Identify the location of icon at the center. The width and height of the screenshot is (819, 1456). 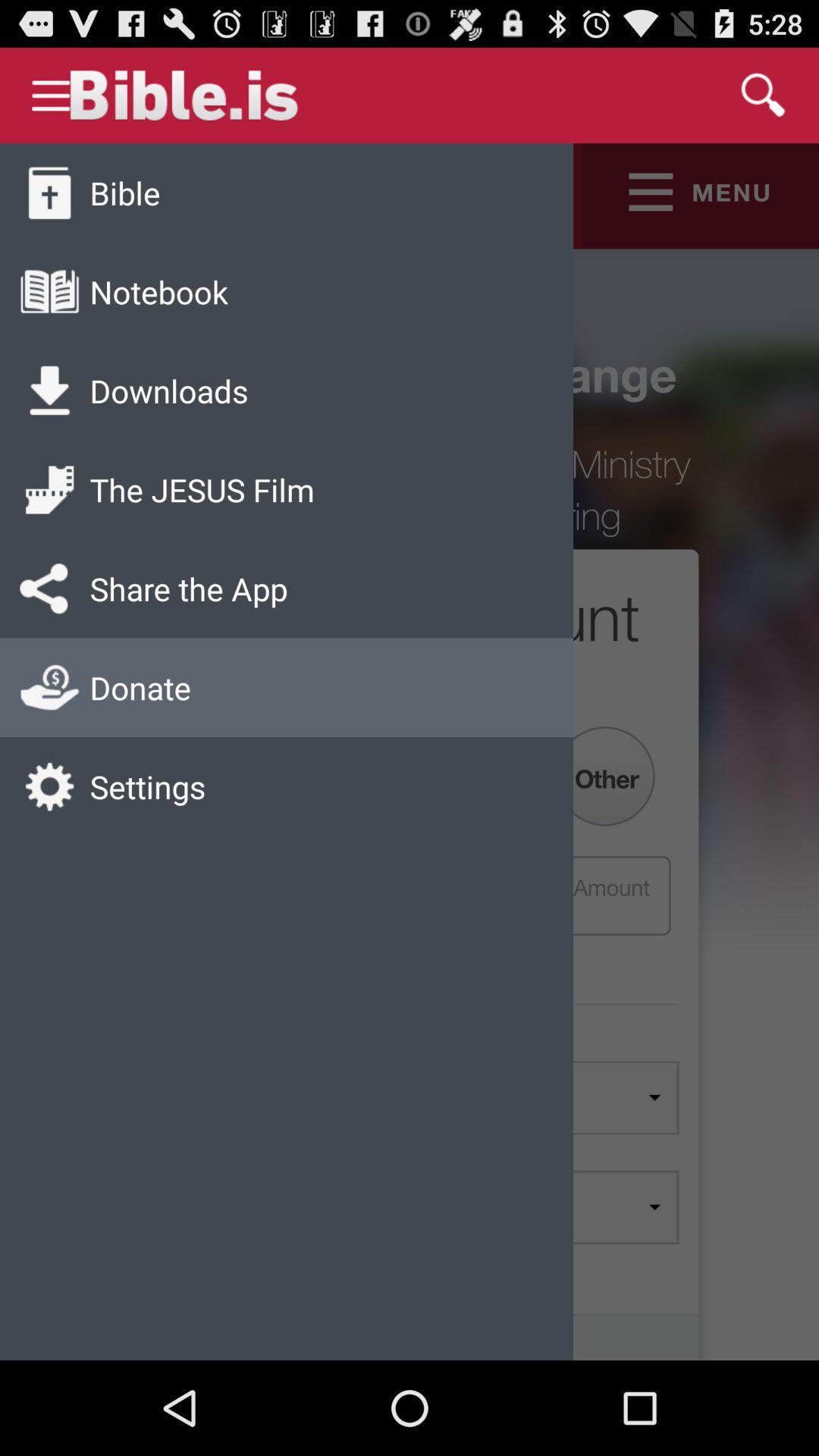
(409, 752).